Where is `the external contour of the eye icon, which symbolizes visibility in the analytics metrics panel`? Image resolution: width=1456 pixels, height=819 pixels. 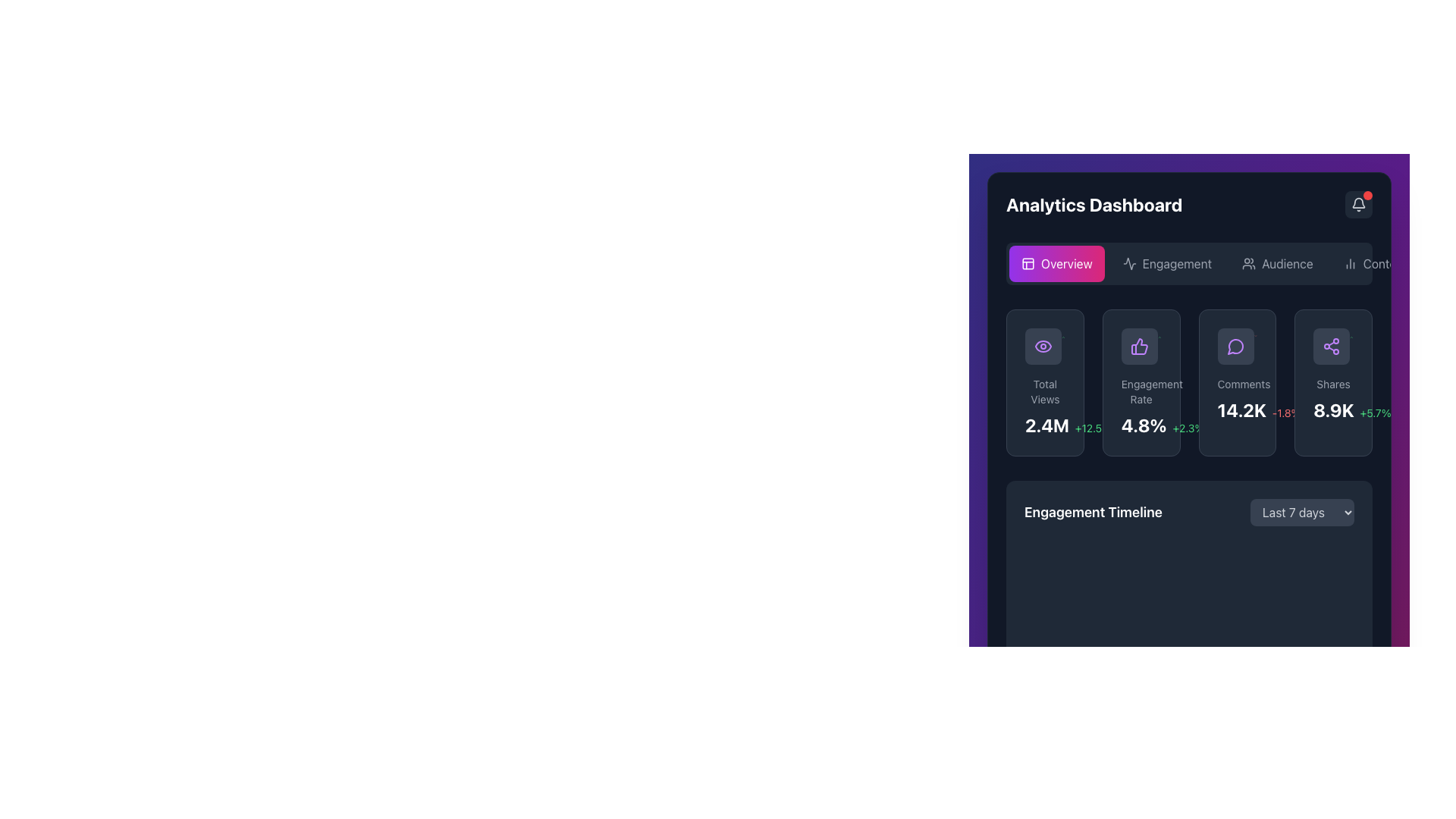 the external contour of the eye icon, which symbolizes visibility in the analytics metrics panel is located at coordinates (1043, 346).